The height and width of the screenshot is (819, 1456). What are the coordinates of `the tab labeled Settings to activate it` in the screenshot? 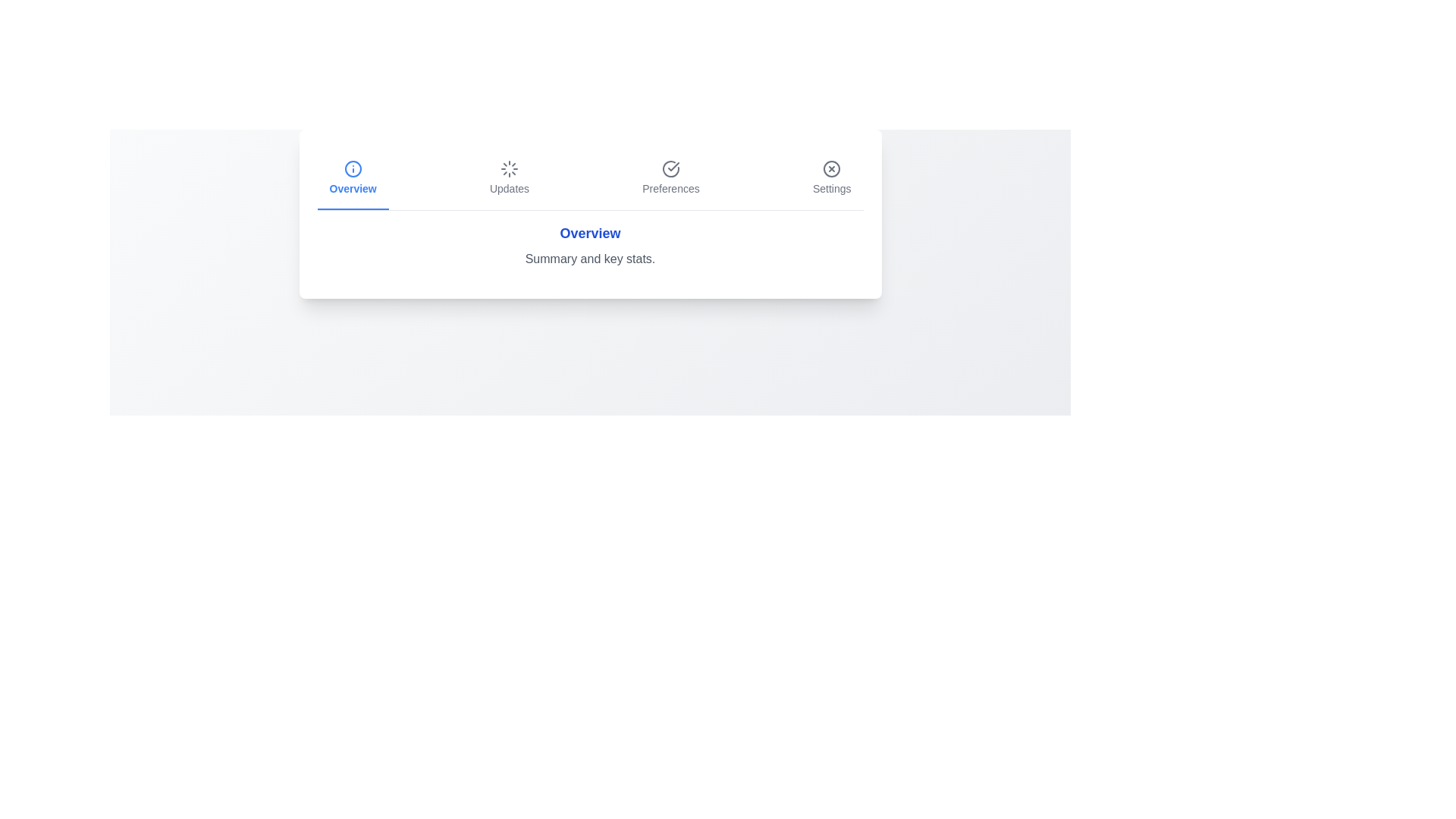 It's located at (831, 177).